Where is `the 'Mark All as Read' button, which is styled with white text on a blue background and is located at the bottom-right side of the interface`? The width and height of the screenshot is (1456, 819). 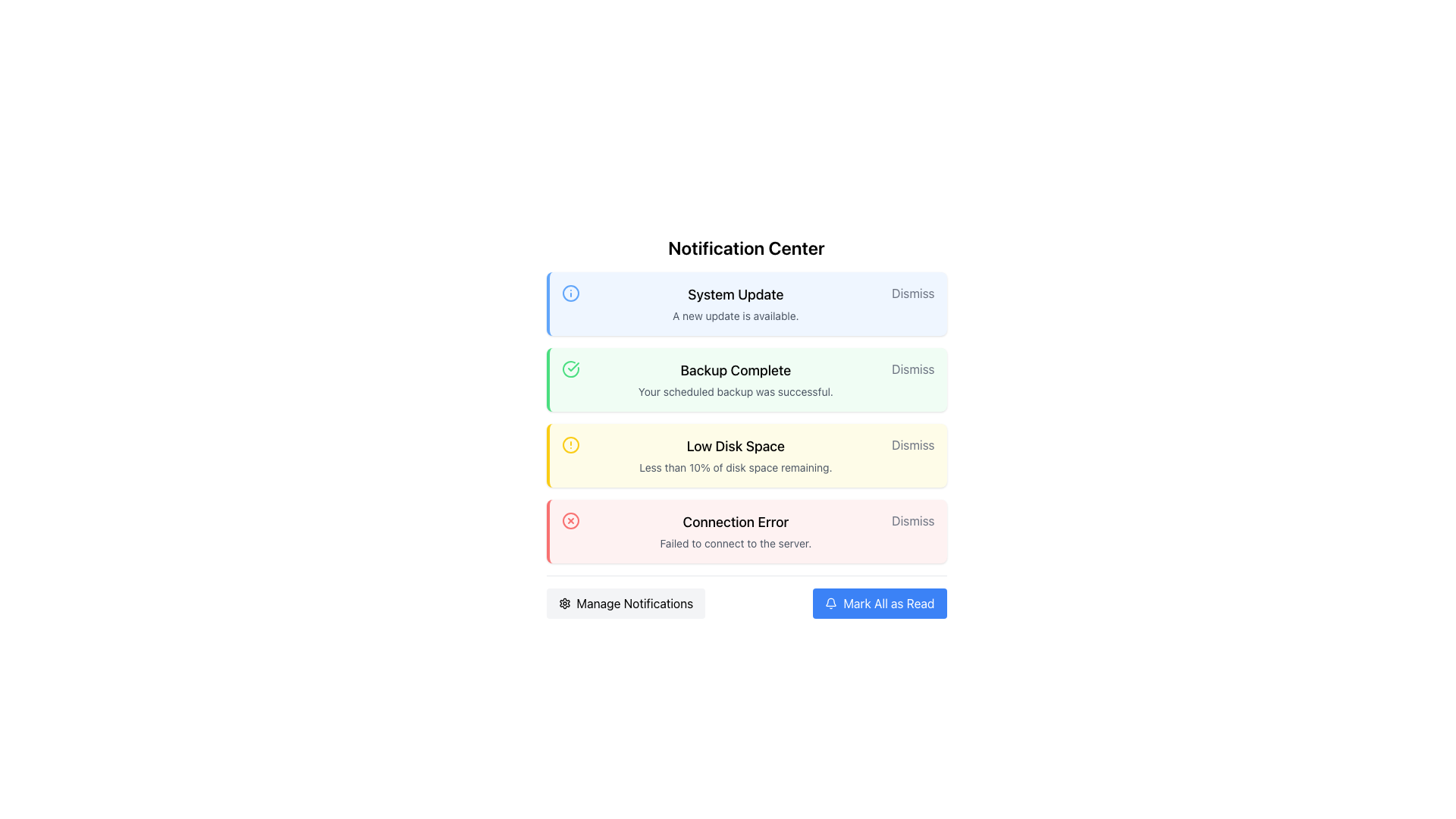 the 'Mark All as Read' button, which is styled with white text on a blue background and is located at the bottom-right side of the interface is located at coordinates (889, 602).